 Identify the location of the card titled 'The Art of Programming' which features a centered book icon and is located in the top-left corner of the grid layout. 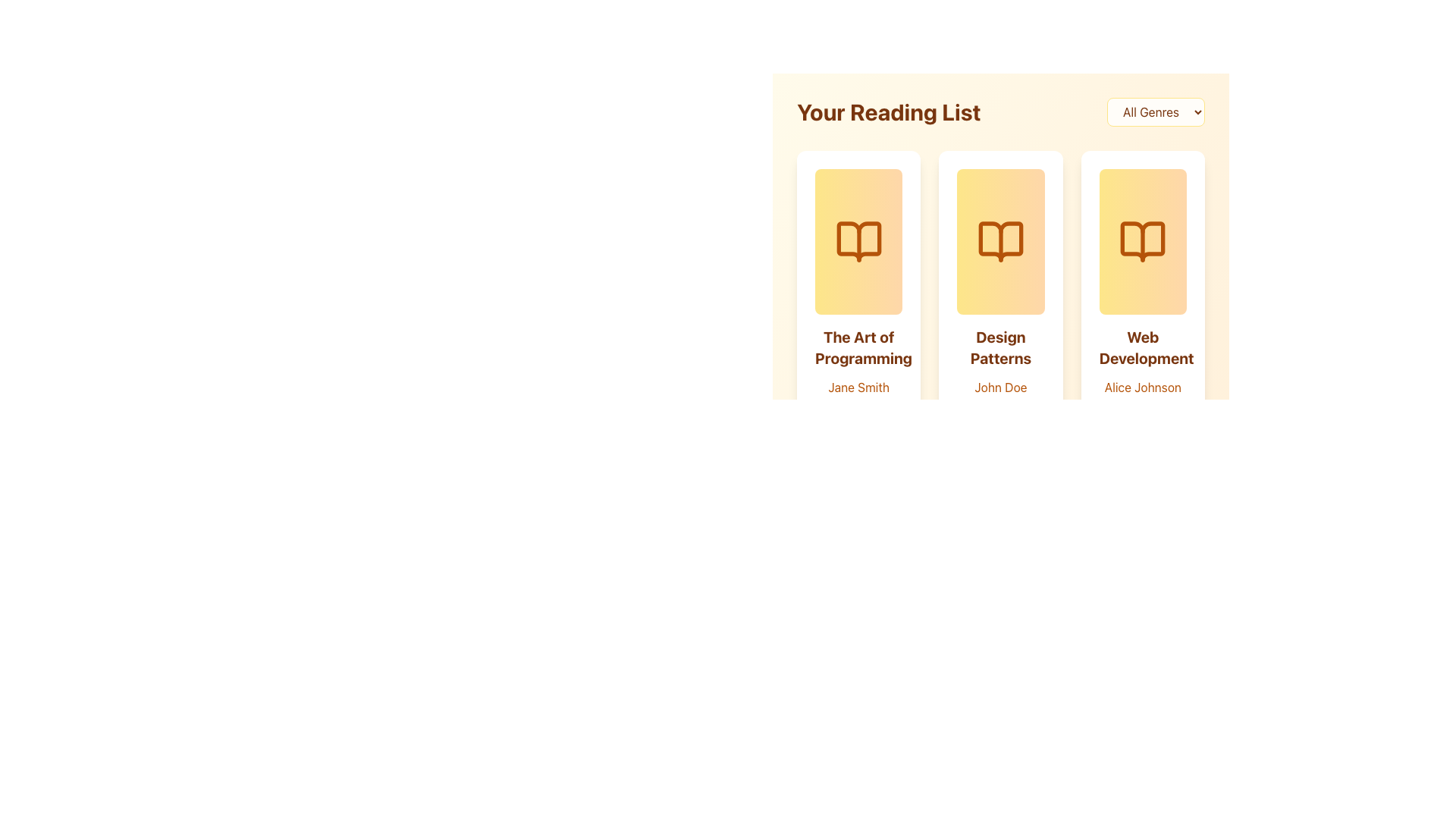
(858, 333).